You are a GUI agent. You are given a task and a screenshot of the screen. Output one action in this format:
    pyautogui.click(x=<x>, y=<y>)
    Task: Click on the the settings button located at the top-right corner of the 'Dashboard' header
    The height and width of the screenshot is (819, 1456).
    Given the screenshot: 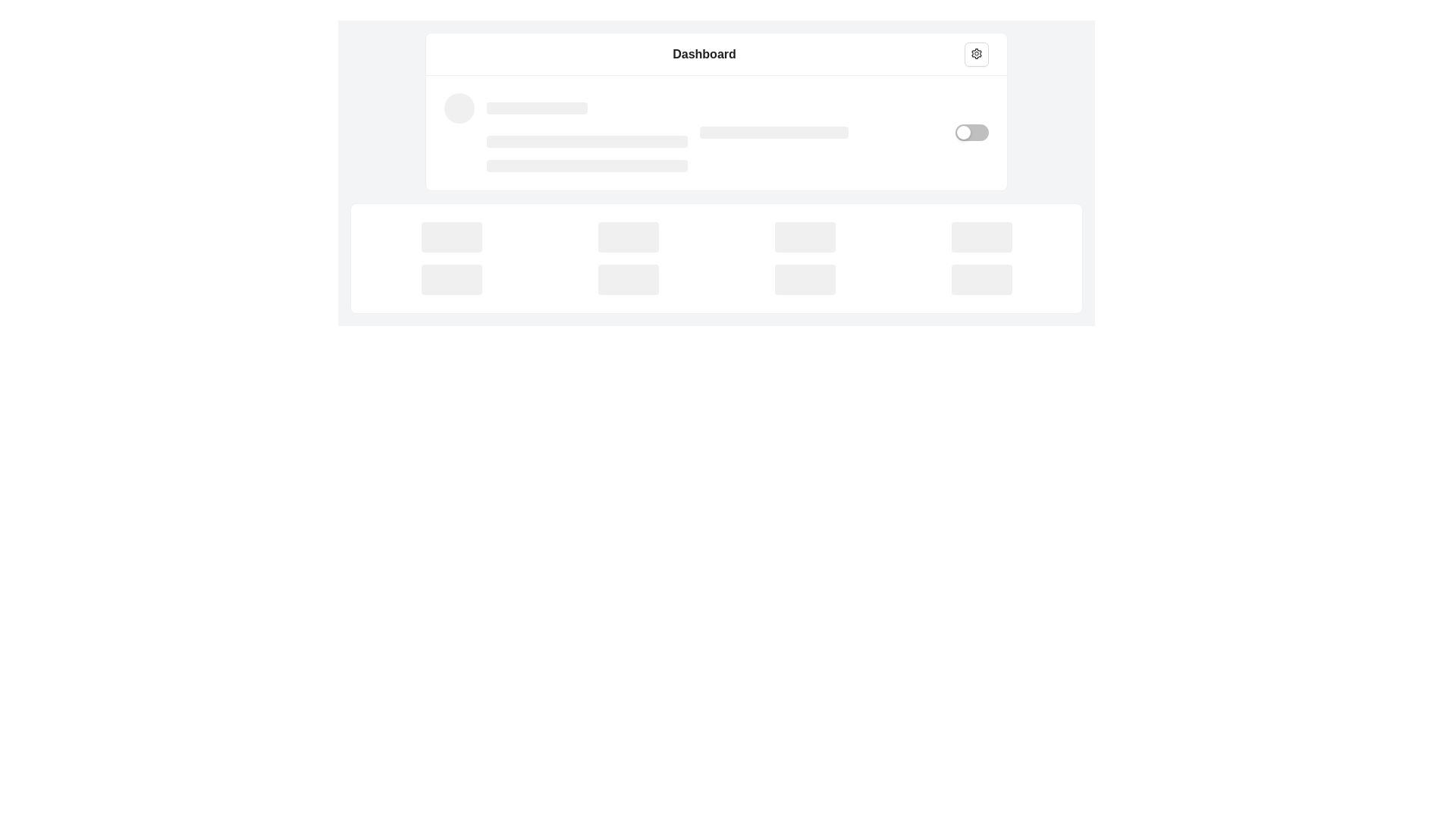 What is the action you would take?
    pyautogui.click(x=976, y=53)
    